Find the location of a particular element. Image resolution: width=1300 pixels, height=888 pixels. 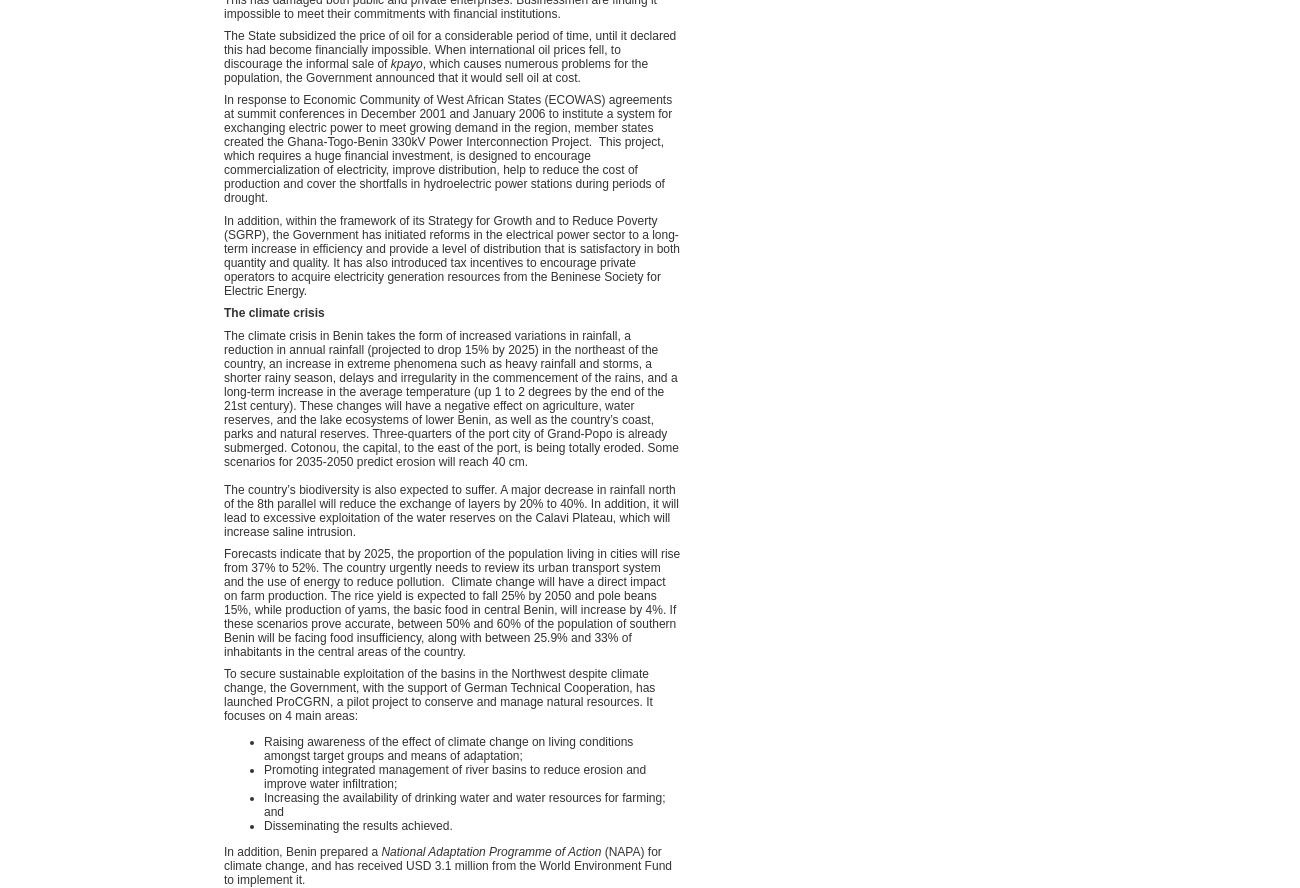

'Norway' is located at coordinates (914, 159).